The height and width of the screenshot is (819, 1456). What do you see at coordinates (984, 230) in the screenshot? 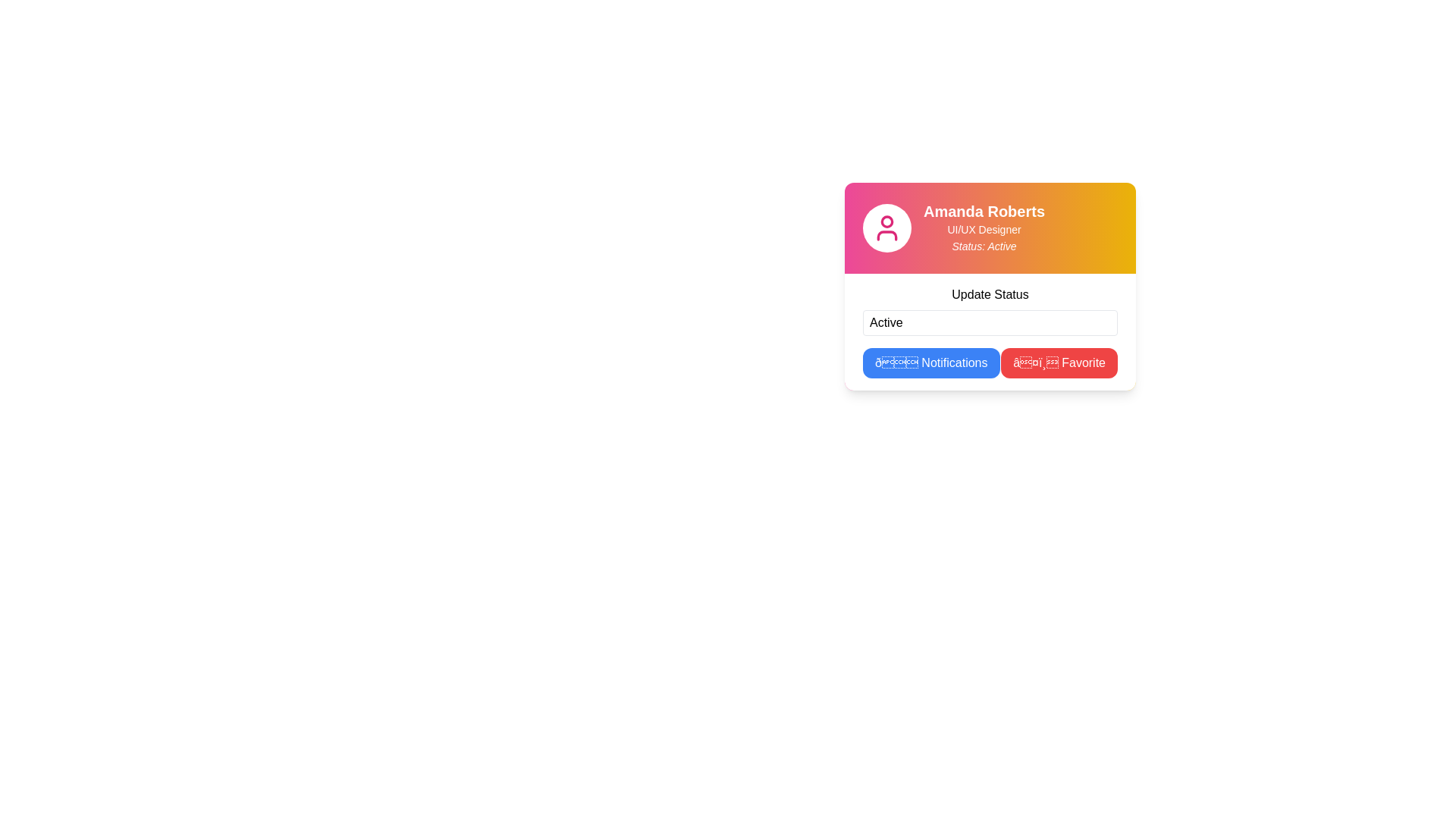
I see `the text label that identifies the professional role or title of the user, positioned between 'Amanda Roberts' and 'Status: Active'` at bounding box center [984, 230].